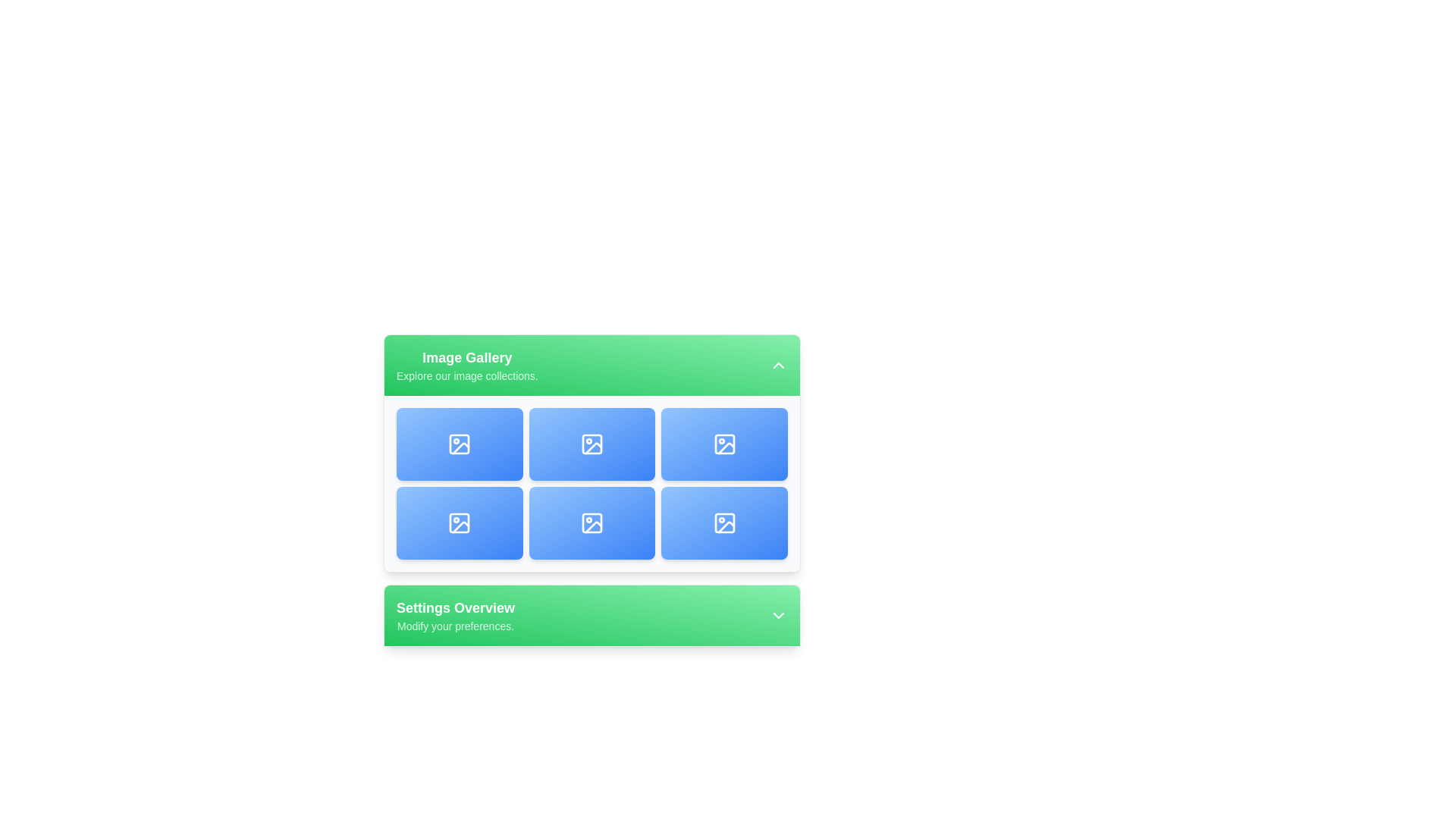  What do you see at coordinates (459, 444) in the screenshot?
I see `the SVG rectangle element located within the first item of the grid layout under the 'Image Gallery' section` at bounding box center [459, 444].